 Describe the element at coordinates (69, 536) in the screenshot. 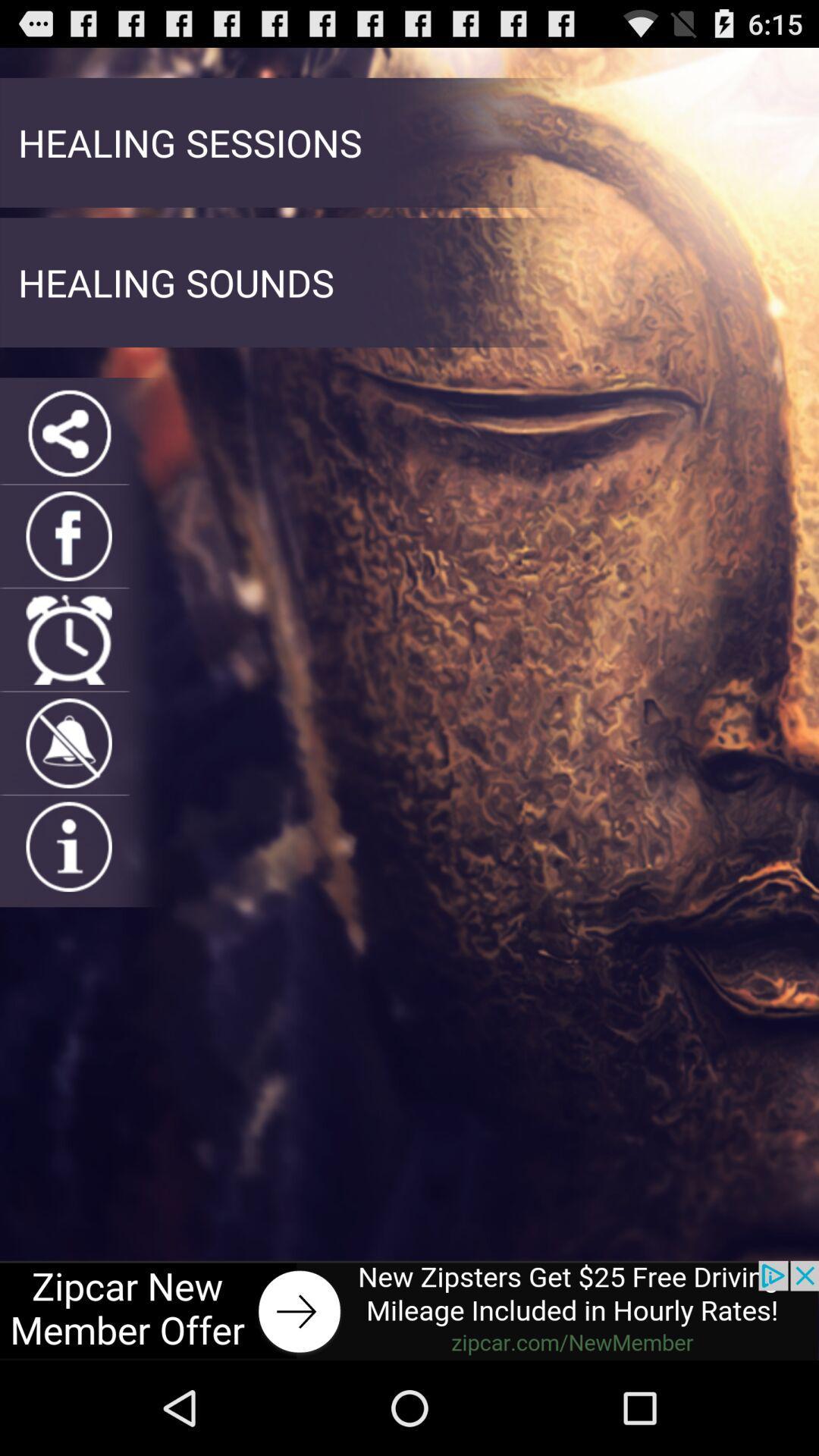

I see `share on facebook` at that location.